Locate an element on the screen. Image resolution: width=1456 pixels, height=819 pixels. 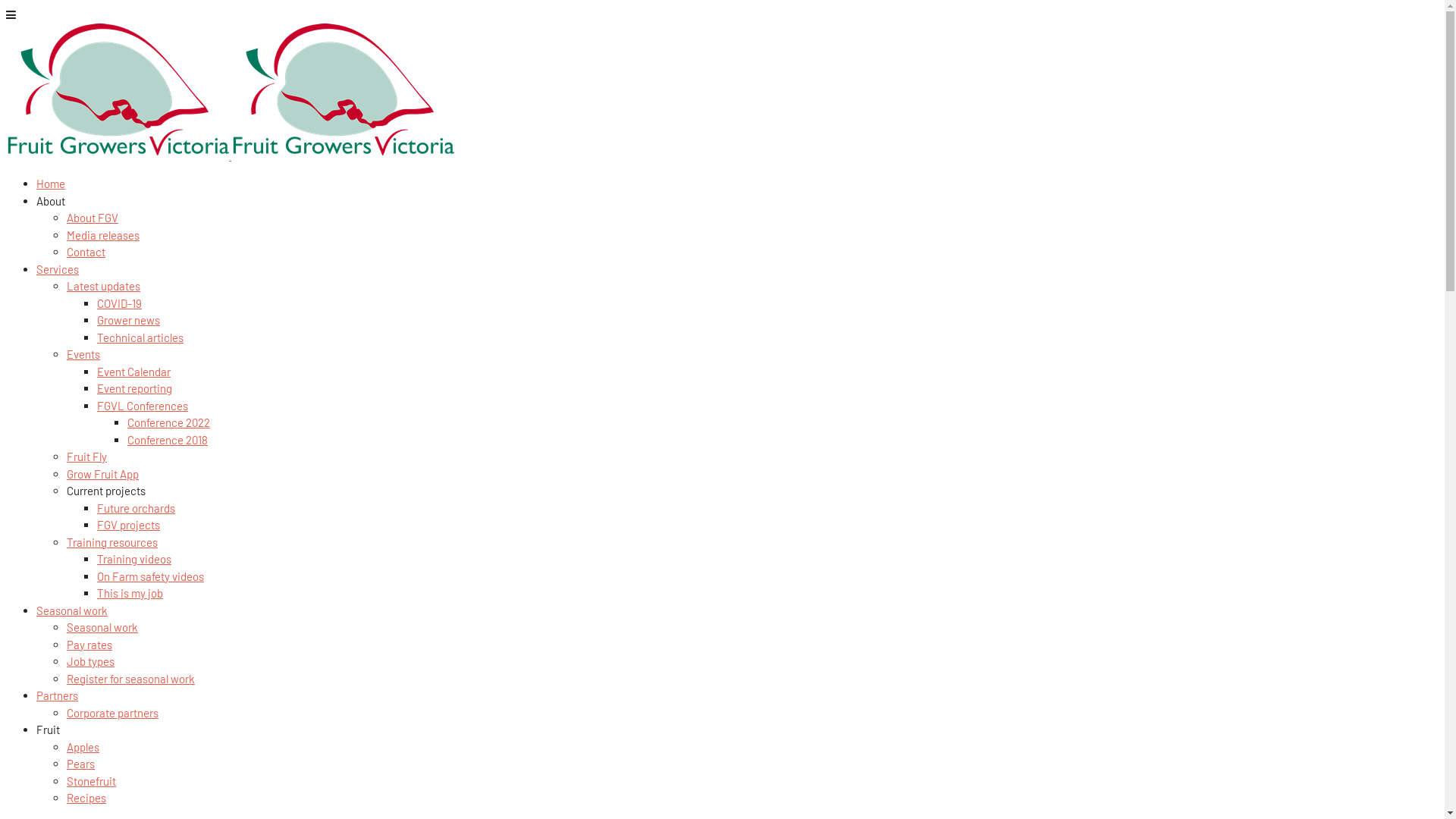
'Latest updates' is located at coordinates (102, 286).